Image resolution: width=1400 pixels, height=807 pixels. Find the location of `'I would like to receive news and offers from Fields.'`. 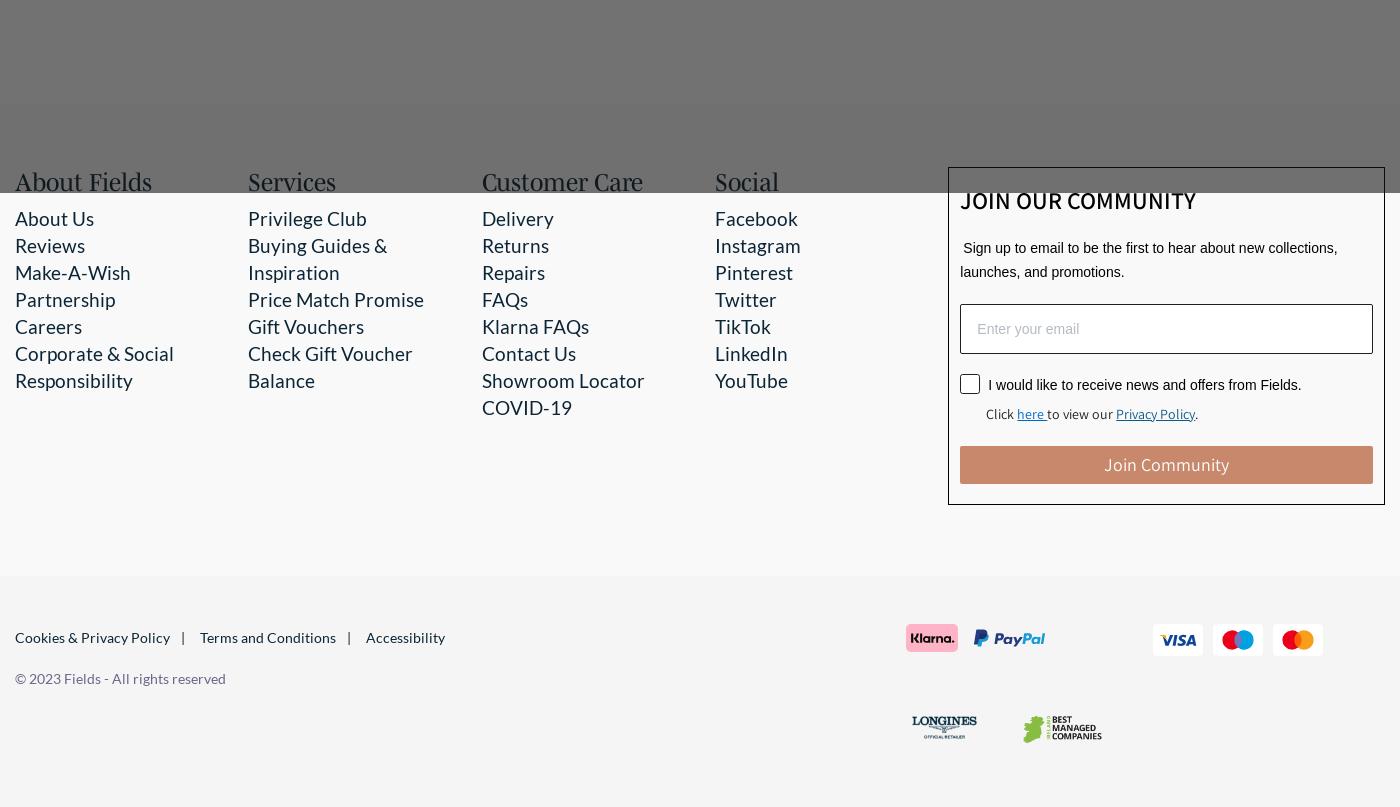

'I would like to receive news and offers from Fields.' is located at coordinates (1144, 383).